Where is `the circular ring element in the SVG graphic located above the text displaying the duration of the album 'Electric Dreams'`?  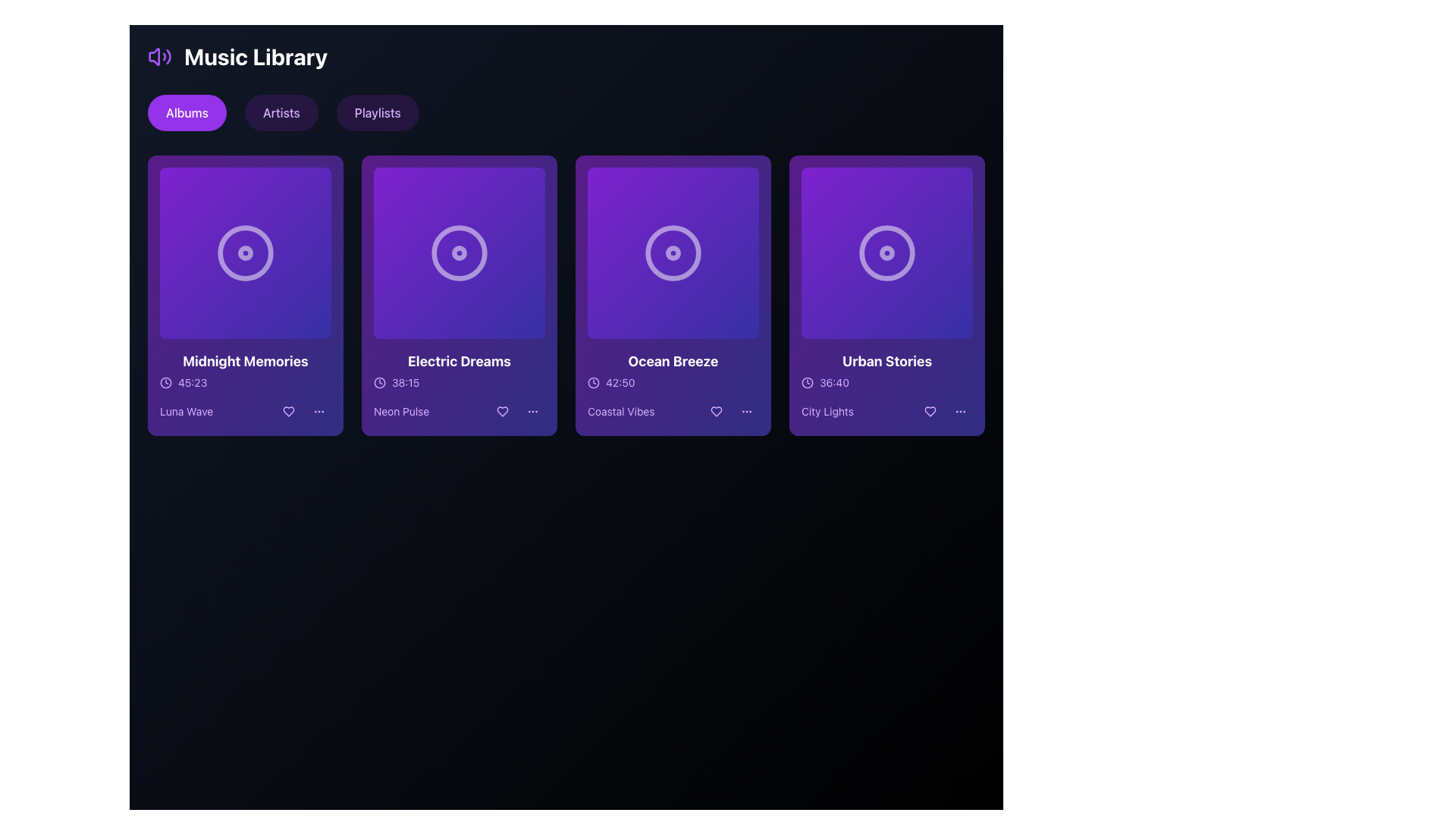 the circular ring element in the SVG graphic located above the text displaying the duration of the album 'Electric Dreams' is located at coordinates (379, 382).